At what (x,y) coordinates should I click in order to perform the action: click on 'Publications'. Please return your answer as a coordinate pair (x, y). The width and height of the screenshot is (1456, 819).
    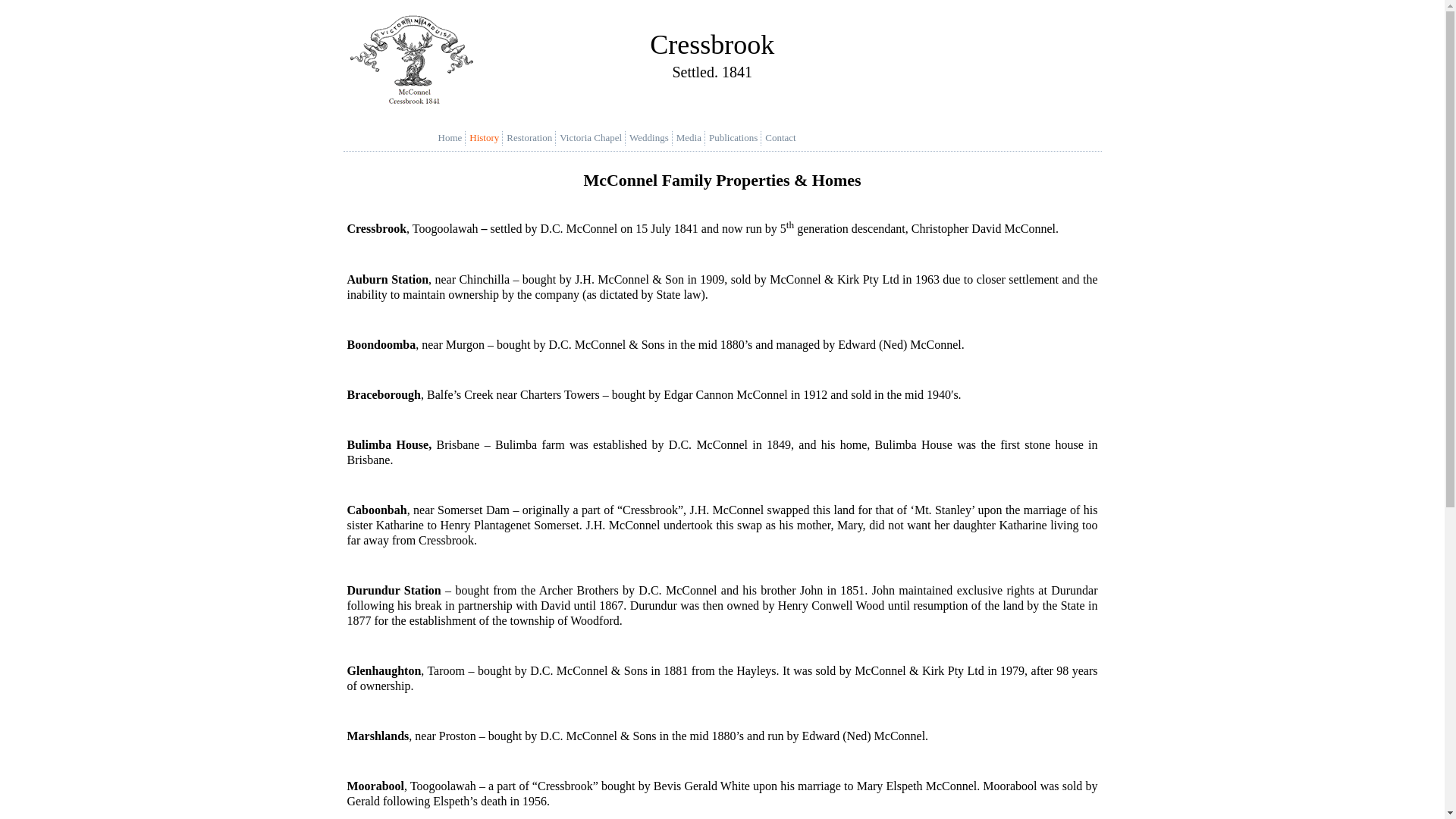
    Looking at the image, I should click on (736, 137).